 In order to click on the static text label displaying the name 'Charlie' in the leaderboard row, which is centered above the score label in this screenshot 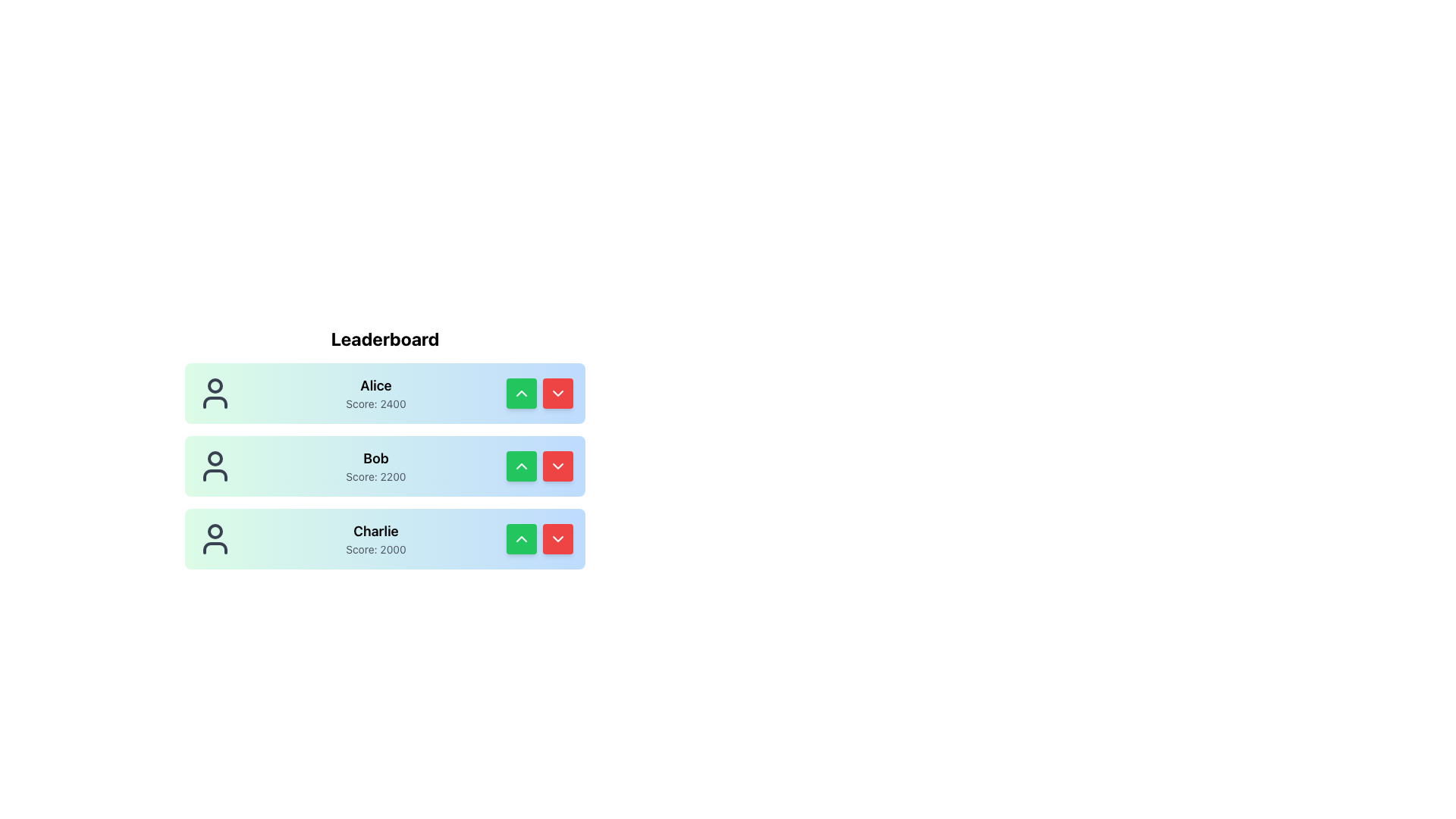, I will do `click(375, 531)`.